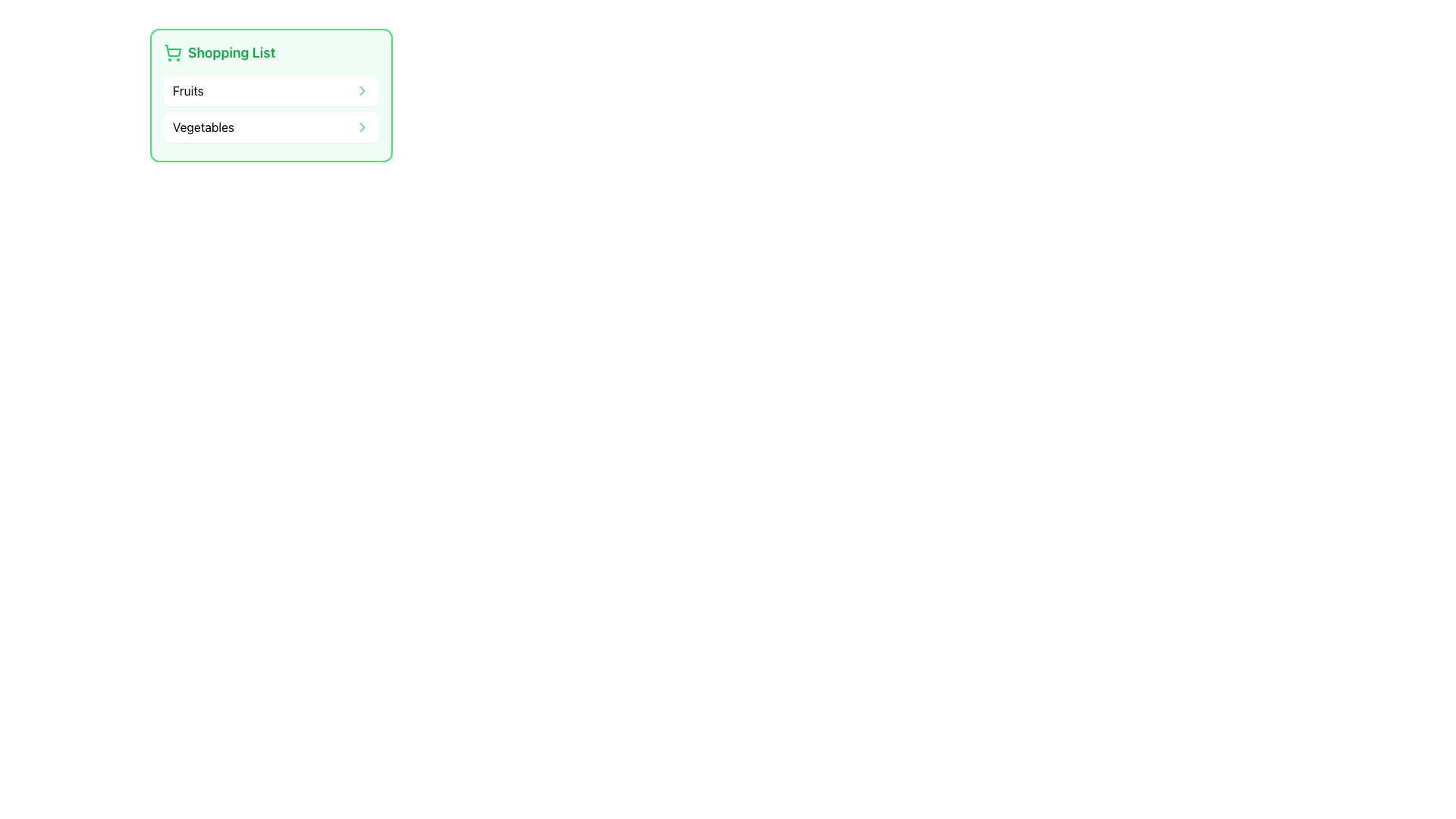 The width and height of the screenshot is (1456, 819). Describe the element at coordinates (271, 96) in the screenshot. I see `the first item in the Shopping List titled 'Fruits'` at that location.